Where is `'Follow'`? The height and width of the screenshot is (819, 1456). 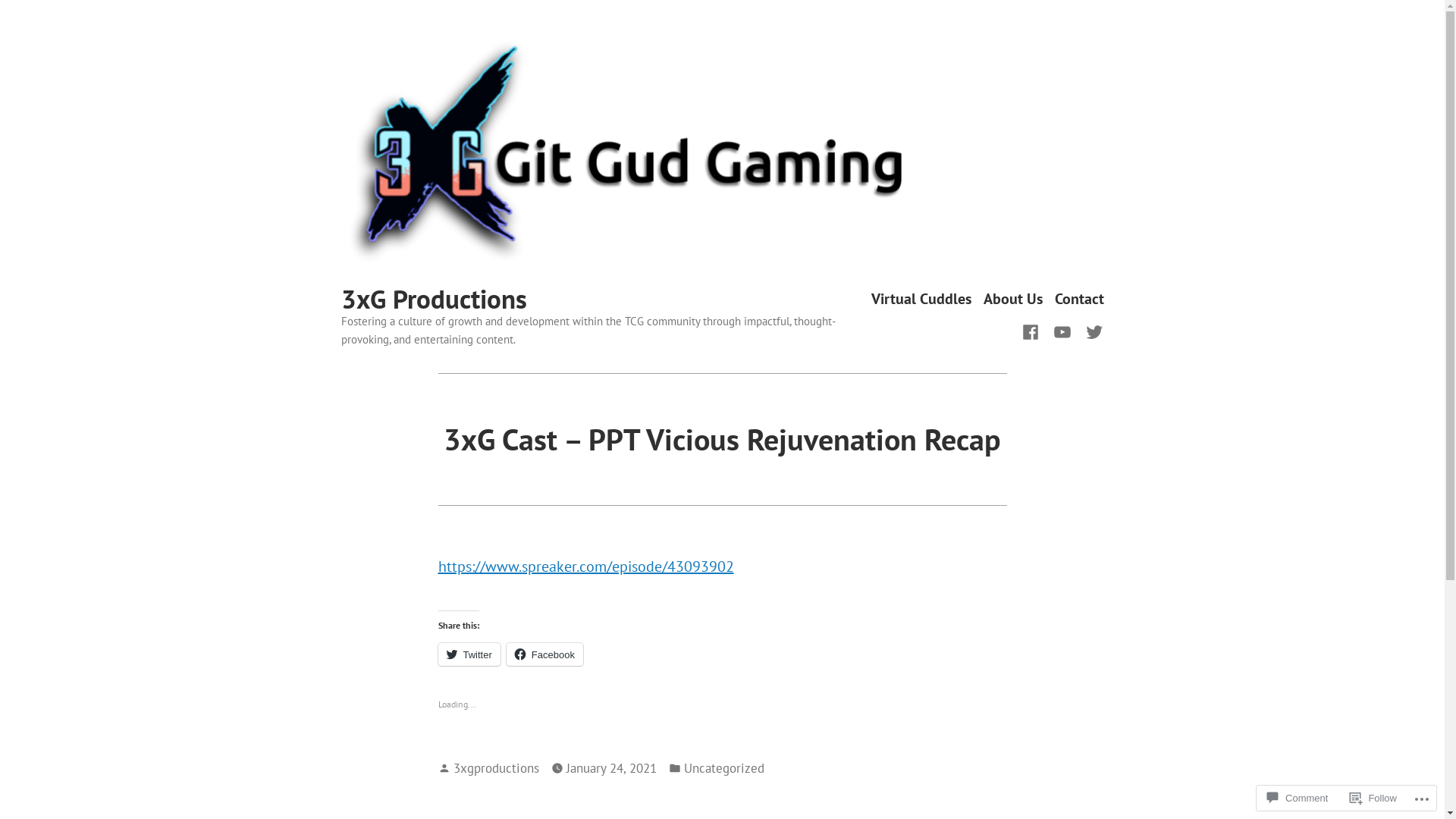 'Follow' is located at coordinates (1373, 797).